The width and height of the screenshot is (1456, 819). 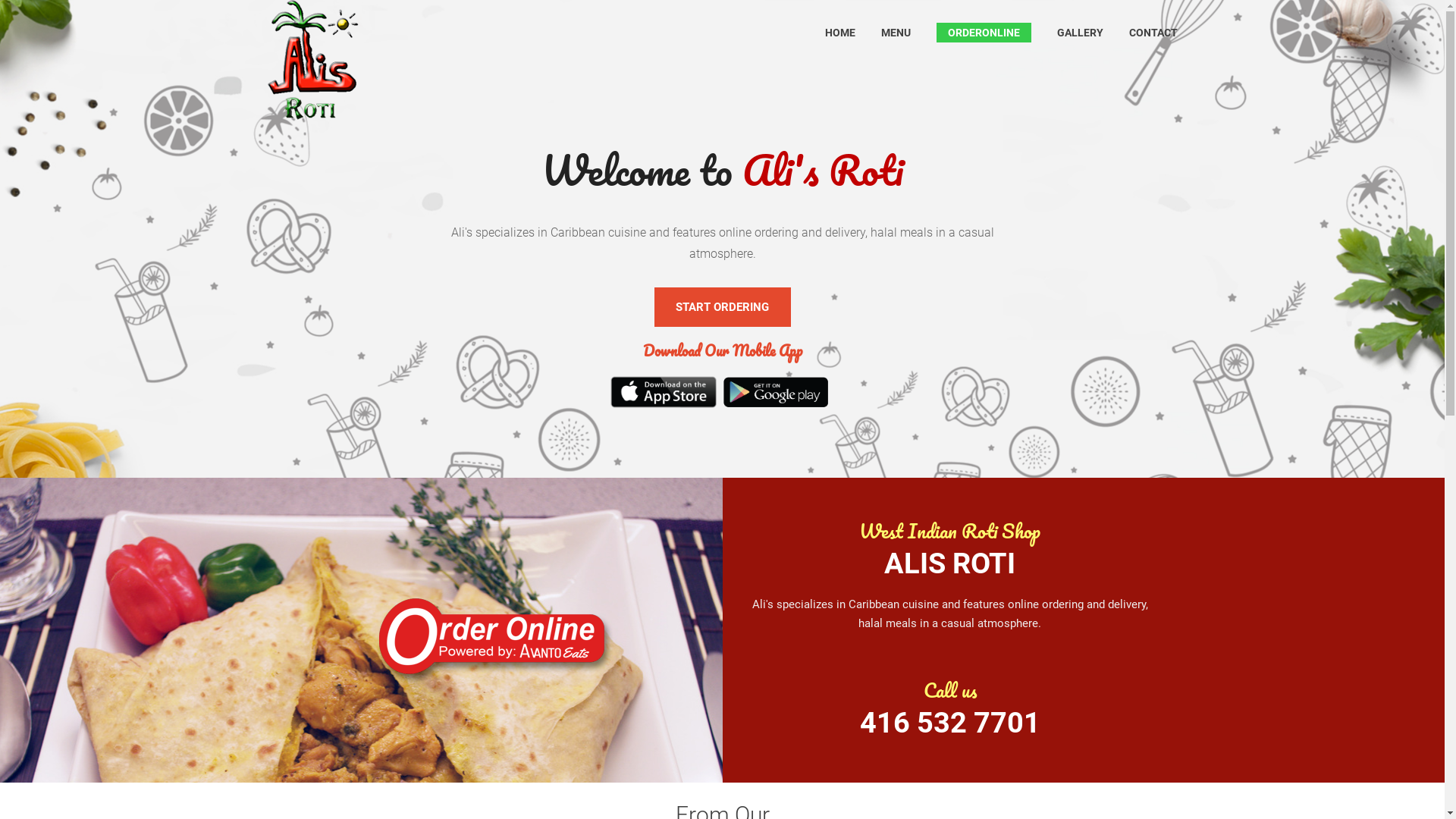 I want to click on 'START ORDERING', so click(x=720, y=307).